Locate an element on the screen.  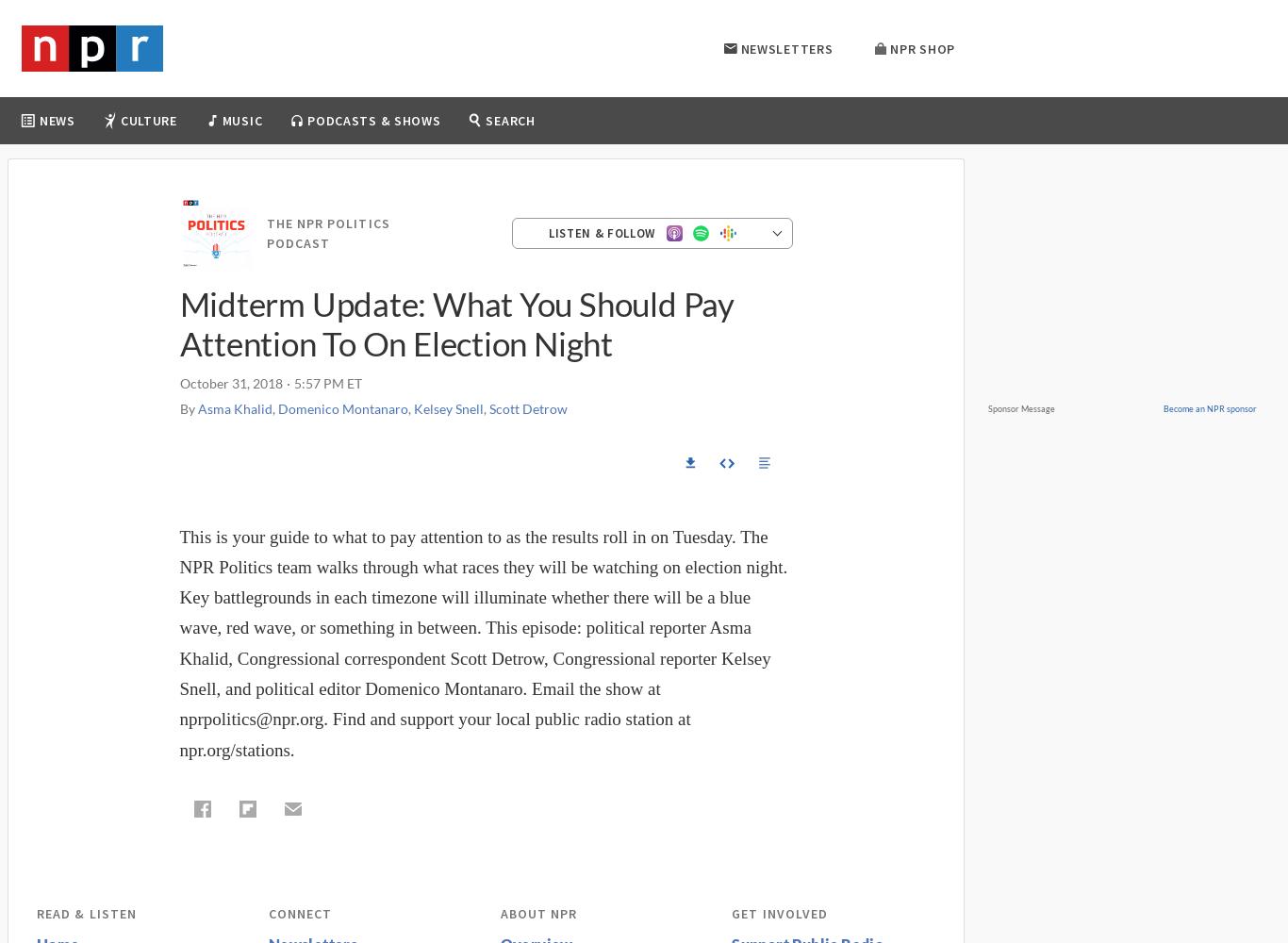
'The NPR Politics Podcast' is located at coordinates (326, 231).